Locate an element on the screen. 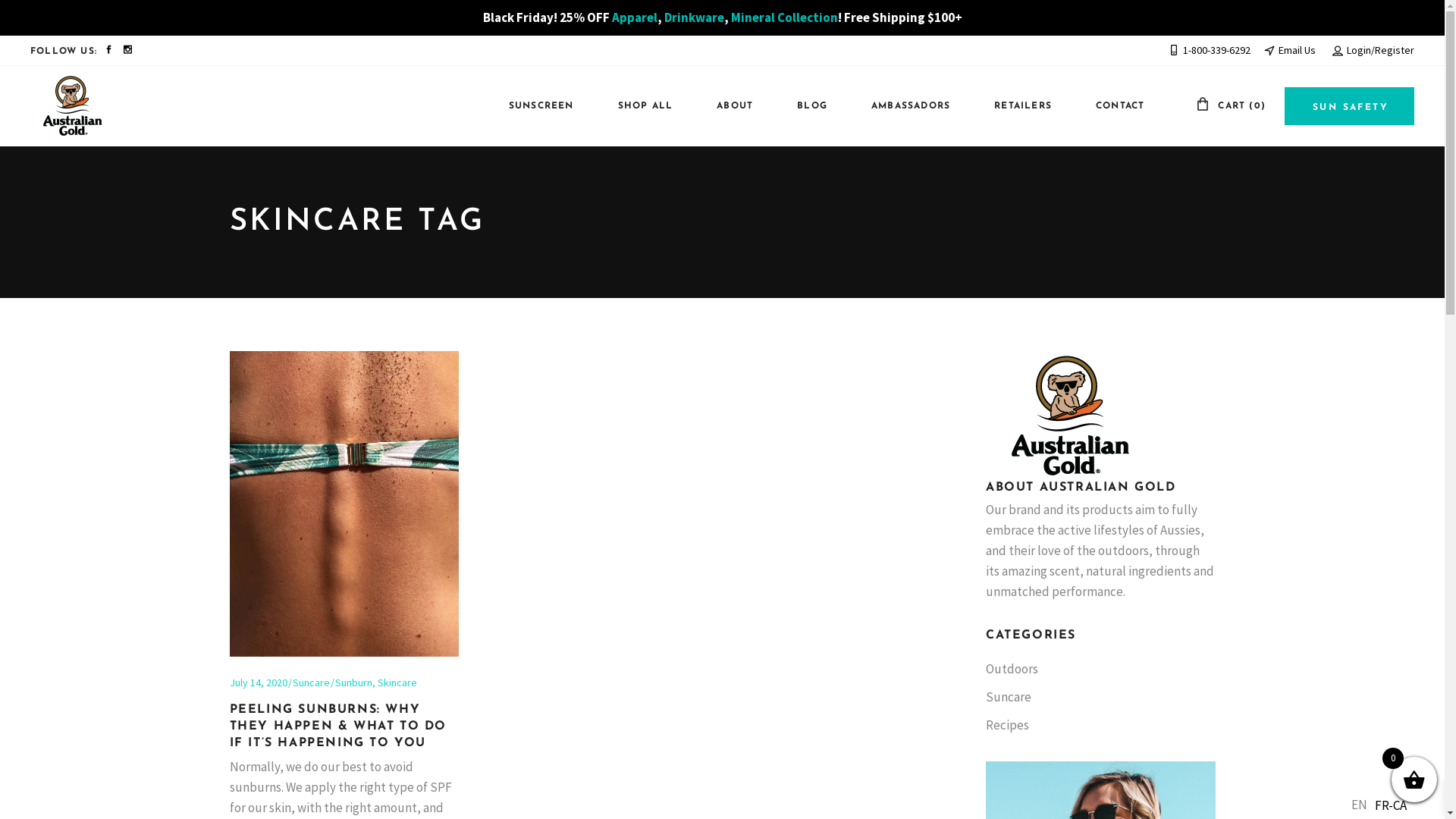  'SUN SAFETY' is located at coordinates (1349, 105).